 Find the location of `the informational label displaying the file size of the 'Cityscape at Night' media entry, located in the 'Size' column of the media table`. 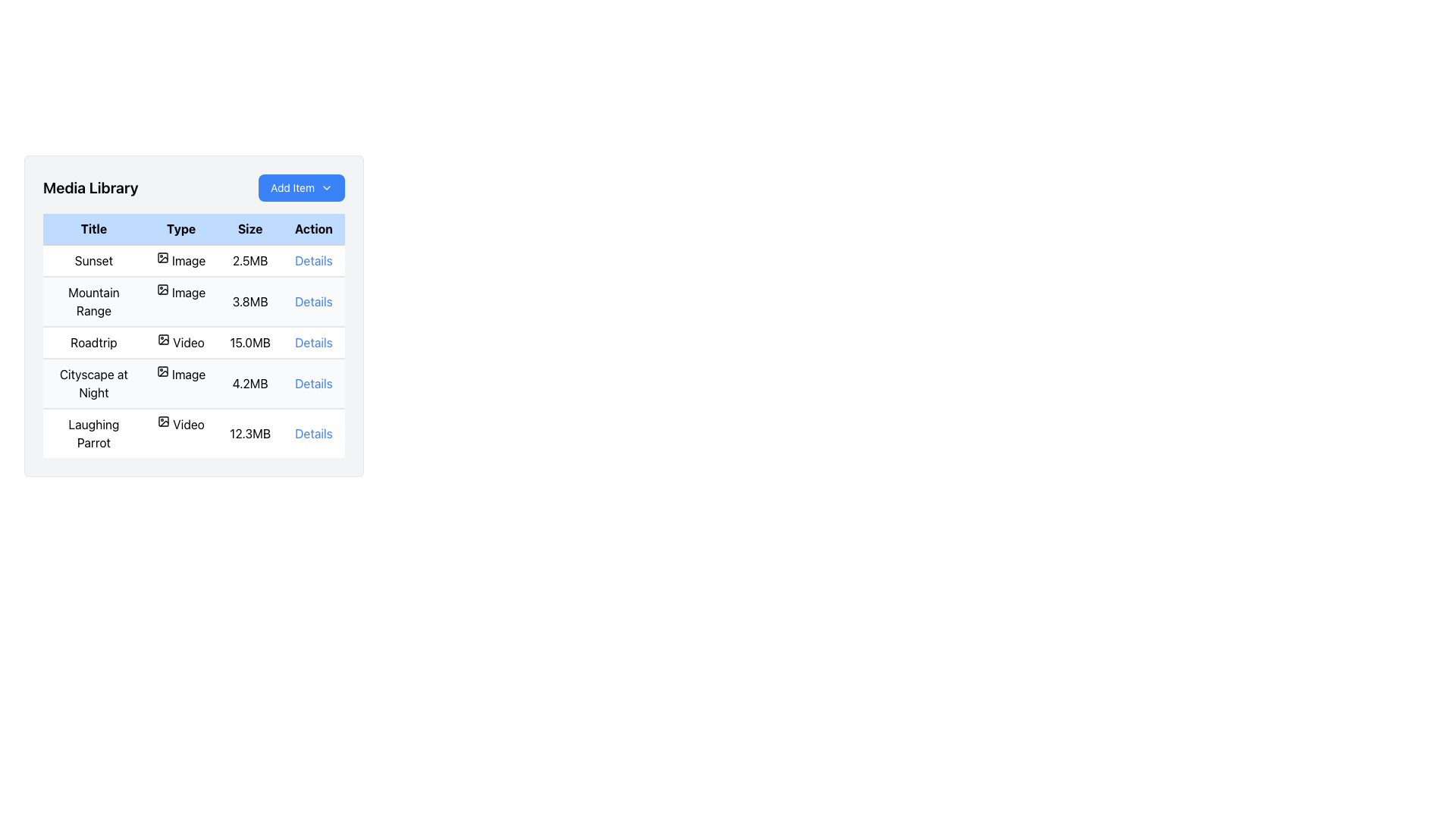

the informational label displaying the file size of the 'Cityscape at Night' media entry, located in the 'Size' column of the media table is located at coordinates (250, 382).